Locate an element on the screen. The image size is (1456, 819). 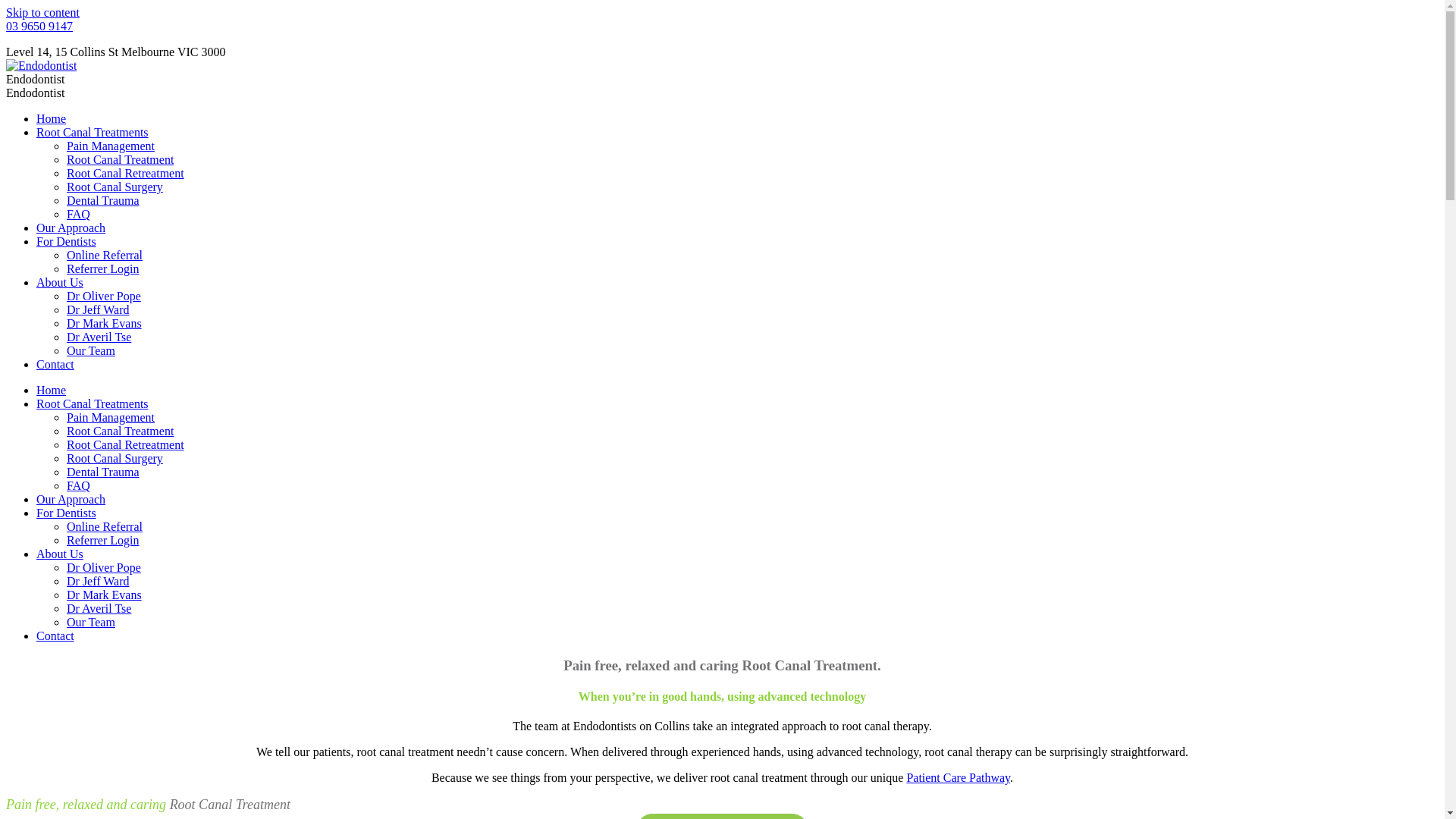
'Online Referral' is located at coordinates (104, 254).